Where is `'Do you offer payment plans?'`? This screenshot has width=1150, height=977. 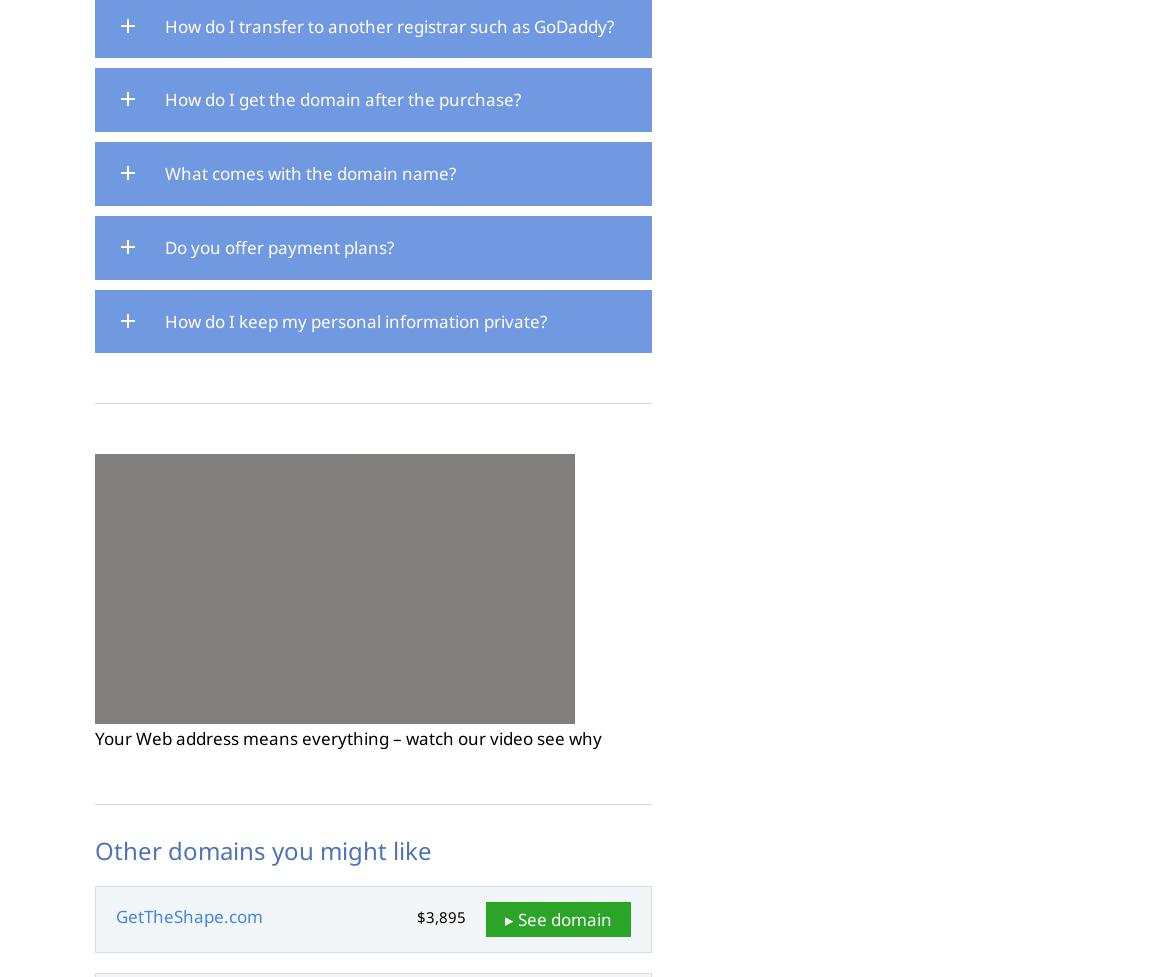 'Do you offer payment plans?' is located at coordinates (278, 245).